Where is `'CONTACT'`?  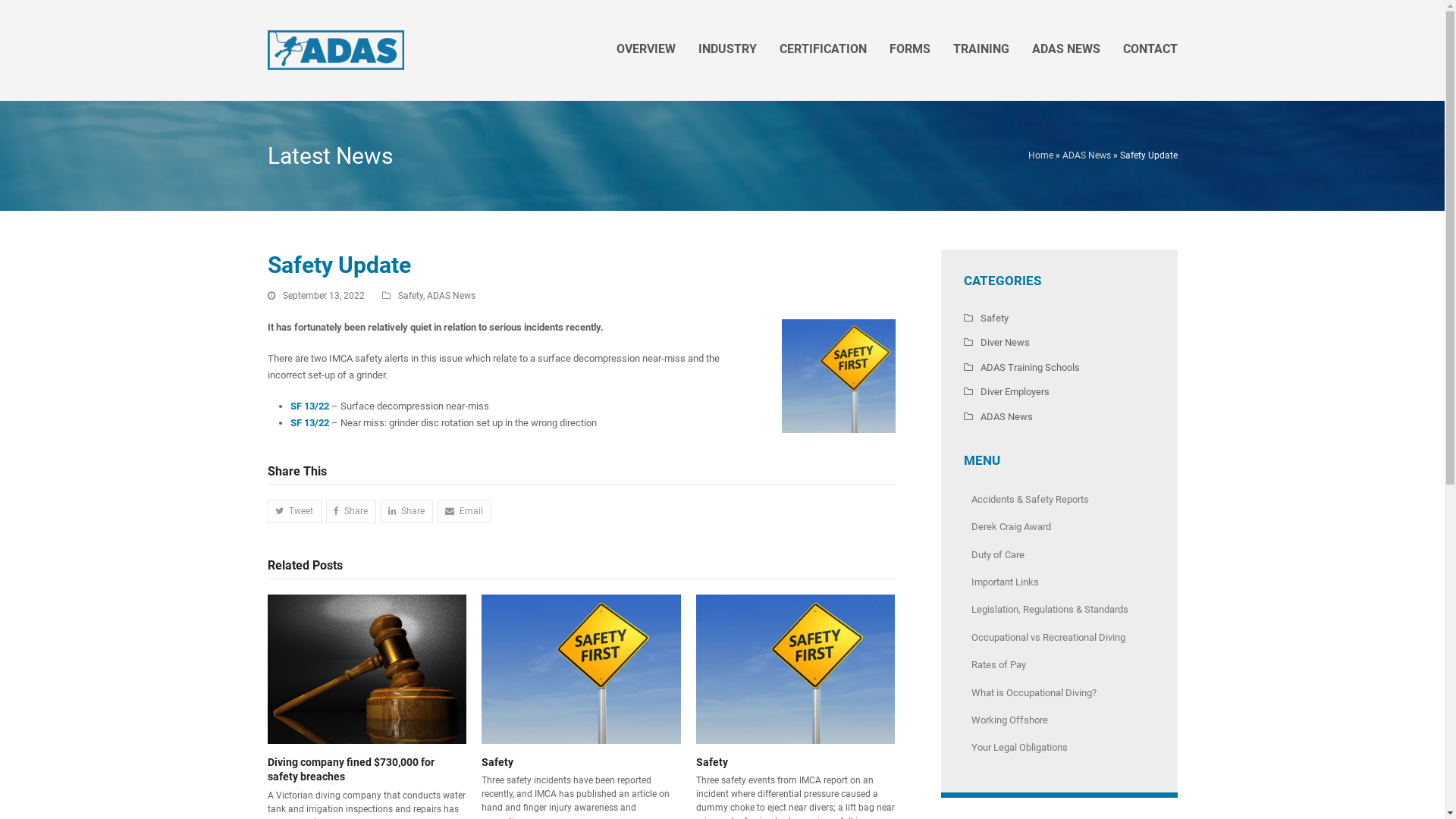 'CONTACT' is located at coordinates (1111, 49).